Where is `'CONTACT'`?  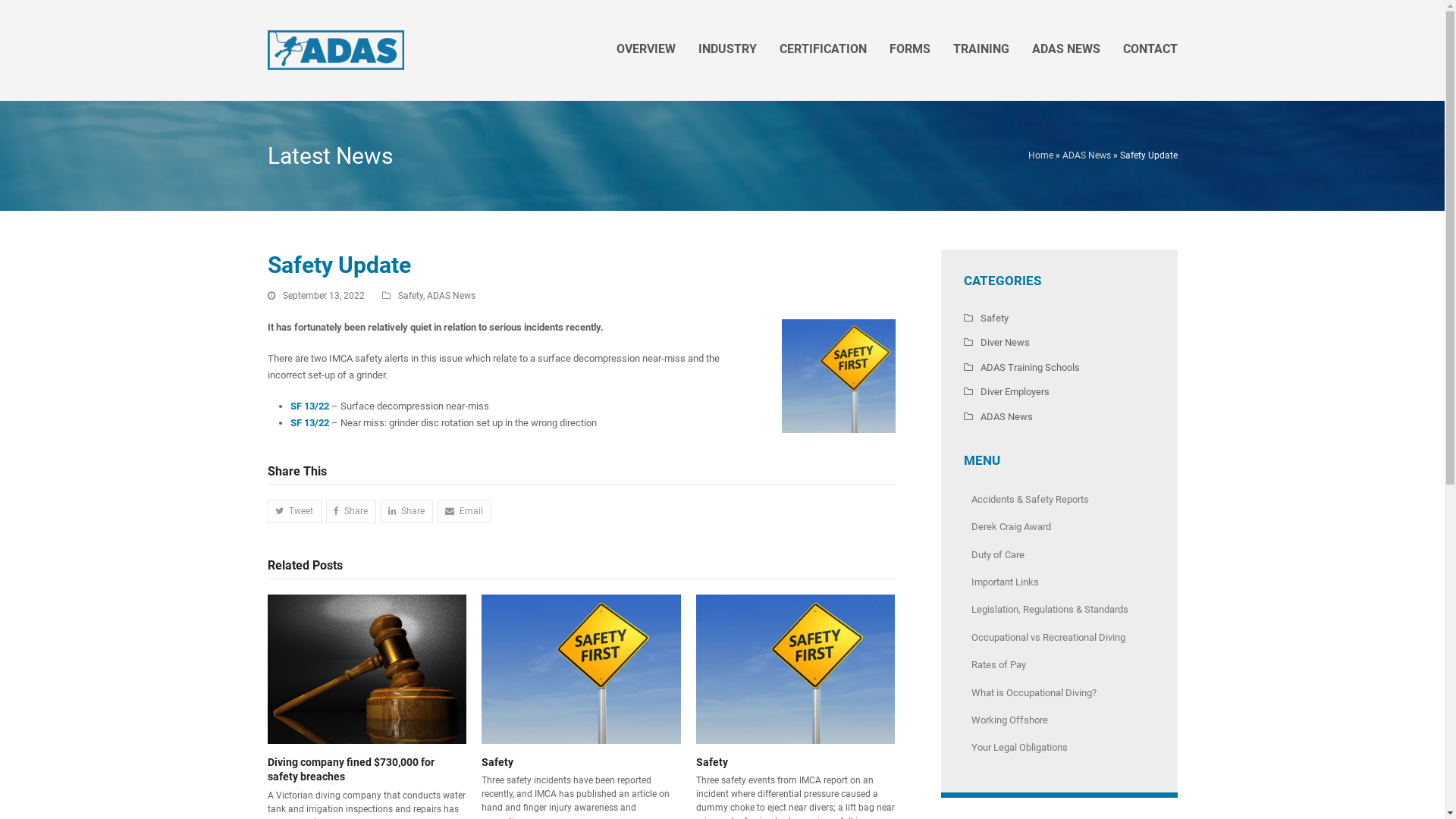 'CONTACT' is located at coordinates (1111, 49).